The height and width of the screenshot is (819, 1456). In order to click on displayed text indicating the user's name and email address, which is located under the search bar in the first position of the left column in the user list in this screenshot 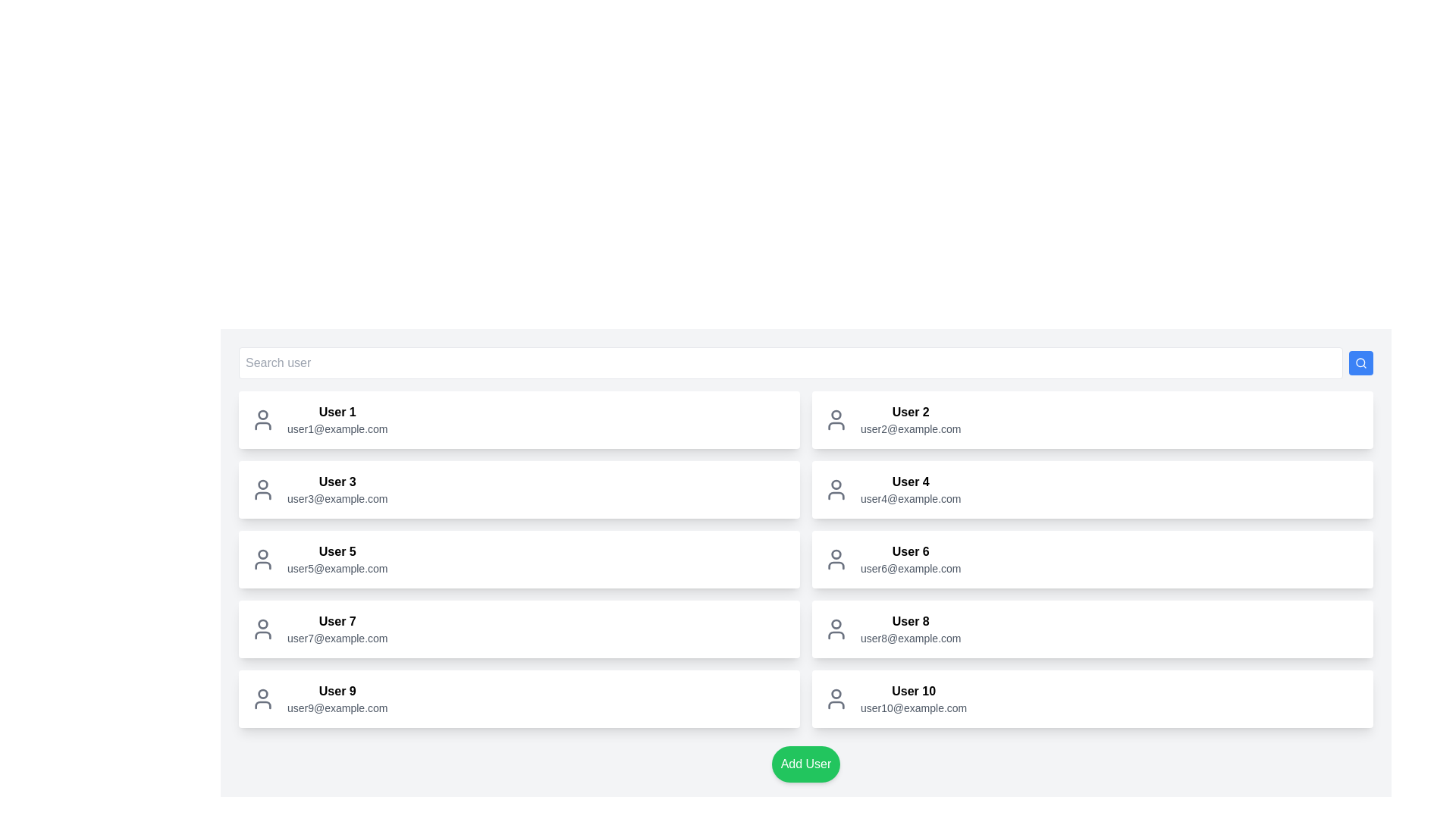, I will do `click(337, 420)`.